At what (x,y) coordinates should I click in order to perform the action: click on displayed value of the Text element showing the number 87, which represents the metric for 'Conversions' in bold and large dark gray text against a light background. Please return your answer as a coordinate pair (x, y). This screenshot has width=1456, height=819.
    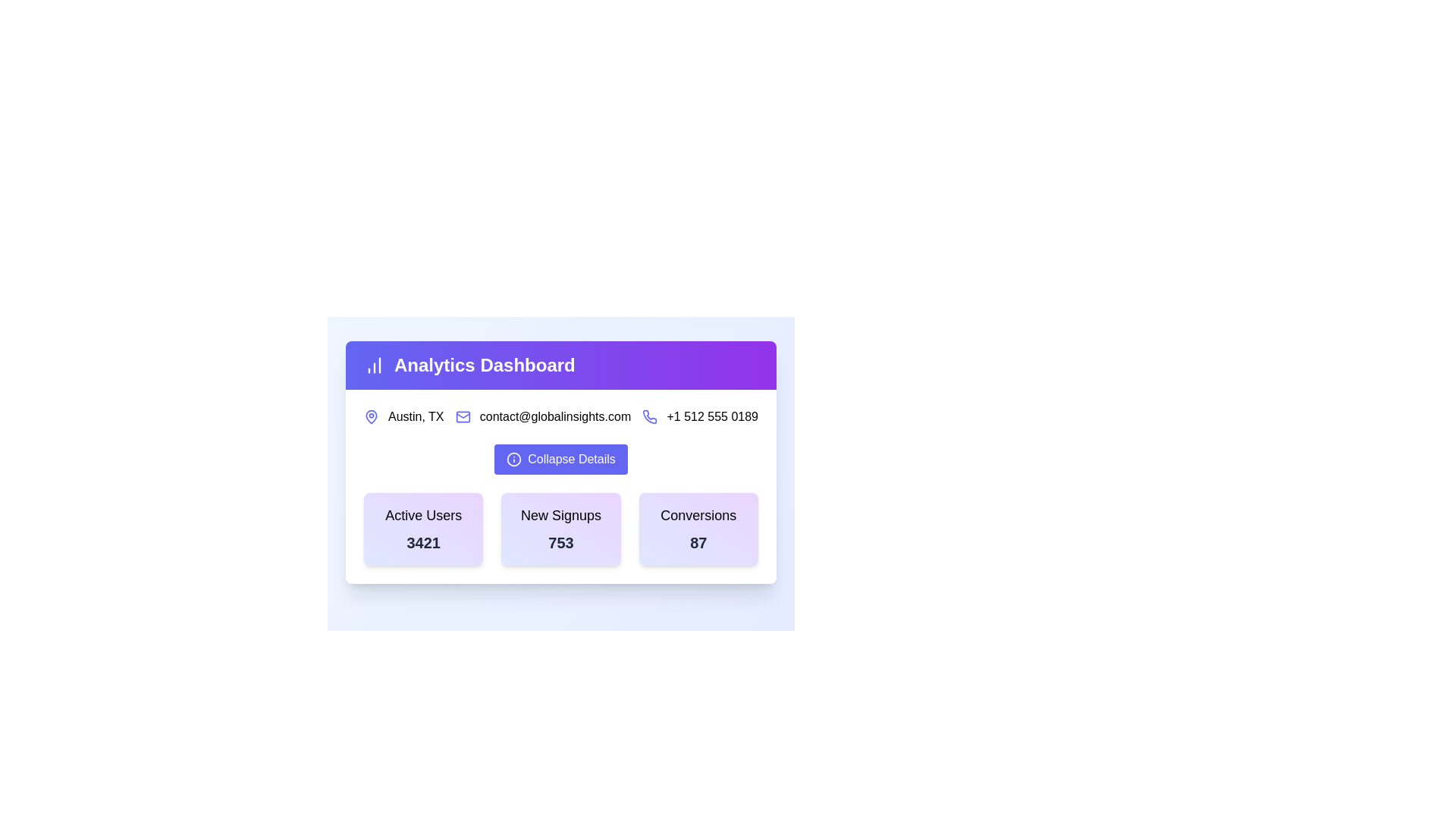
    Looking at the image, I should click on (698, 542).